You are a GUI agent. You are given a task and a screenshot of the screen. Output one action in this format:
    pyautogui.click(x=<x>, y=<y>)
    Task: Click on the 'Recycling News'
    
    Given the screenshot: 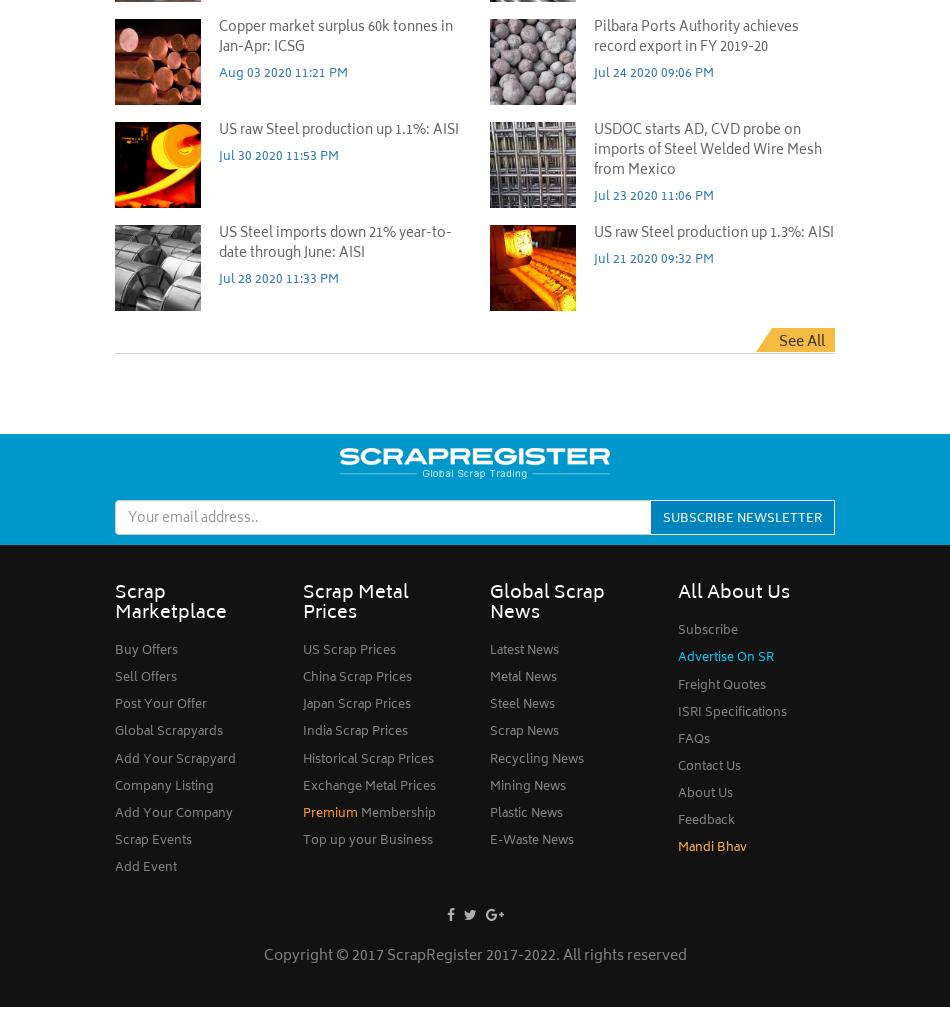 What is the action you would take?
    pyautogui.click(x=537, y=758)
    